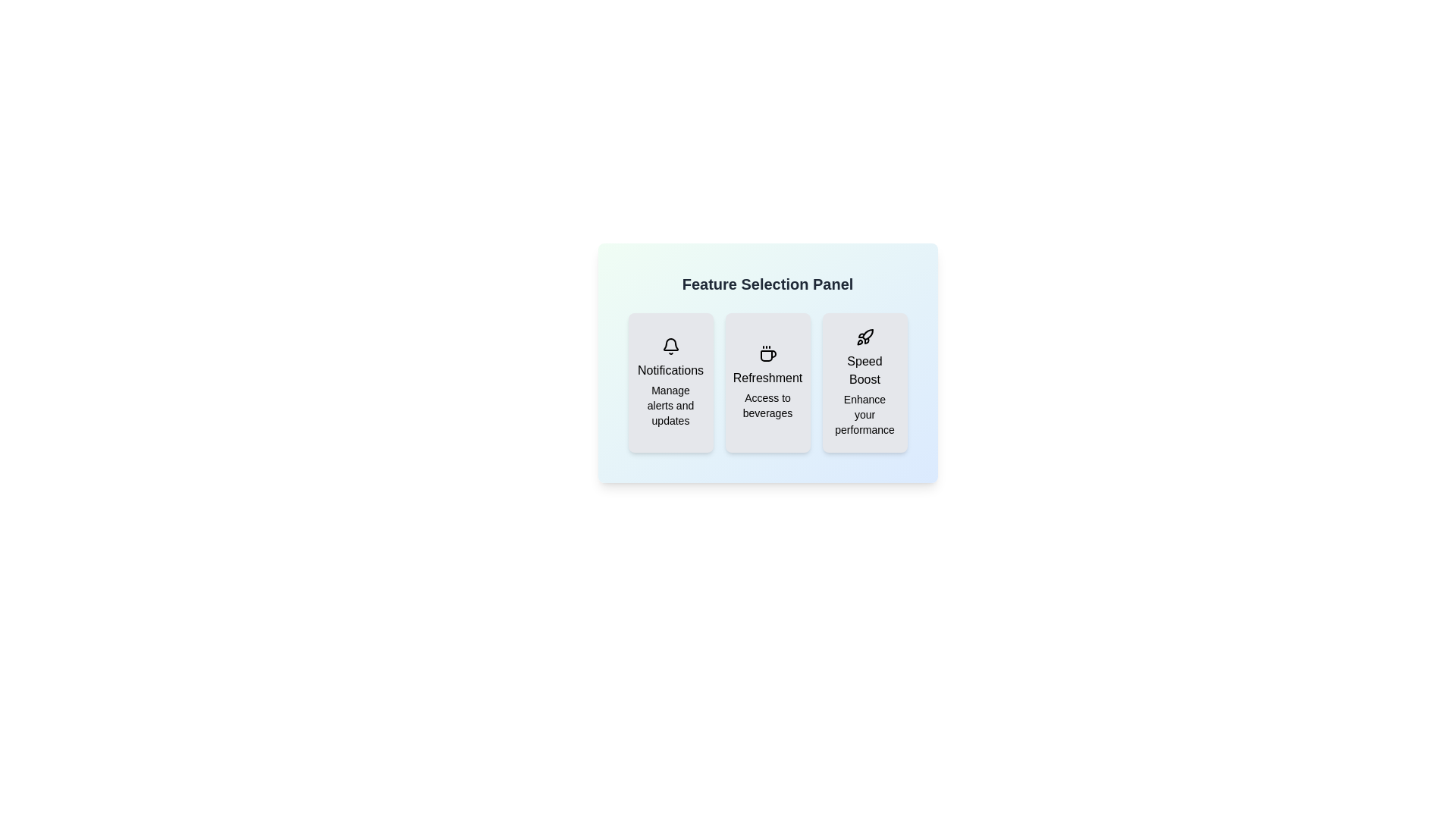 Image resolution: width=1456 pixels, height=819 pixels. I want to click on the feature Refreshment by clicking its button, so click(767, 382).